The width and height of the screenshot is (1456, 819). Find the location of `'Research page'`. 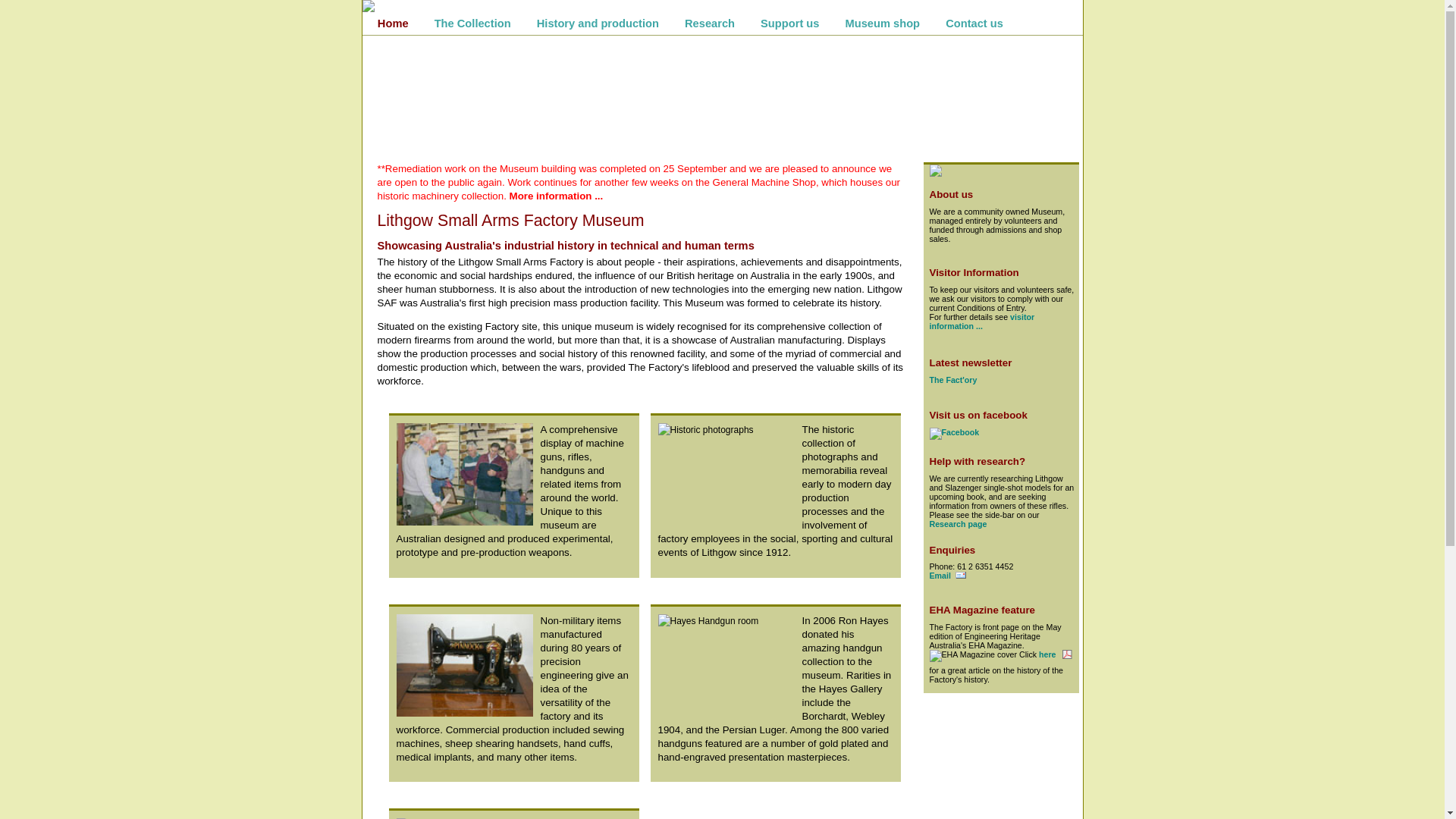

'Research page' is located at coordinates (957, 522).